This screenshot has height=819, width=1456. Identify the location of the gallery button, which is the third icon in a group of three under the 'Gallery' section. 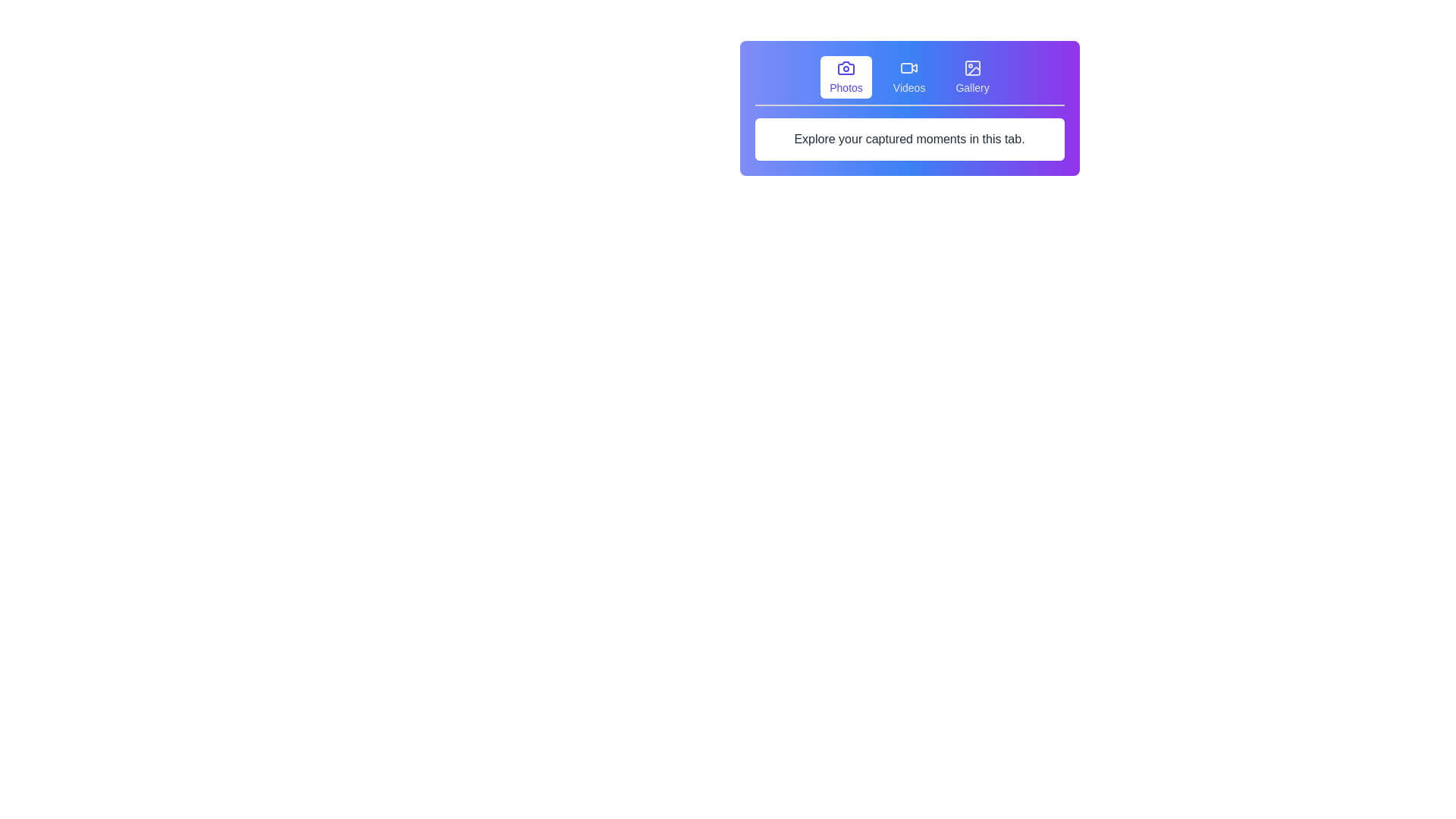
(972, 67).